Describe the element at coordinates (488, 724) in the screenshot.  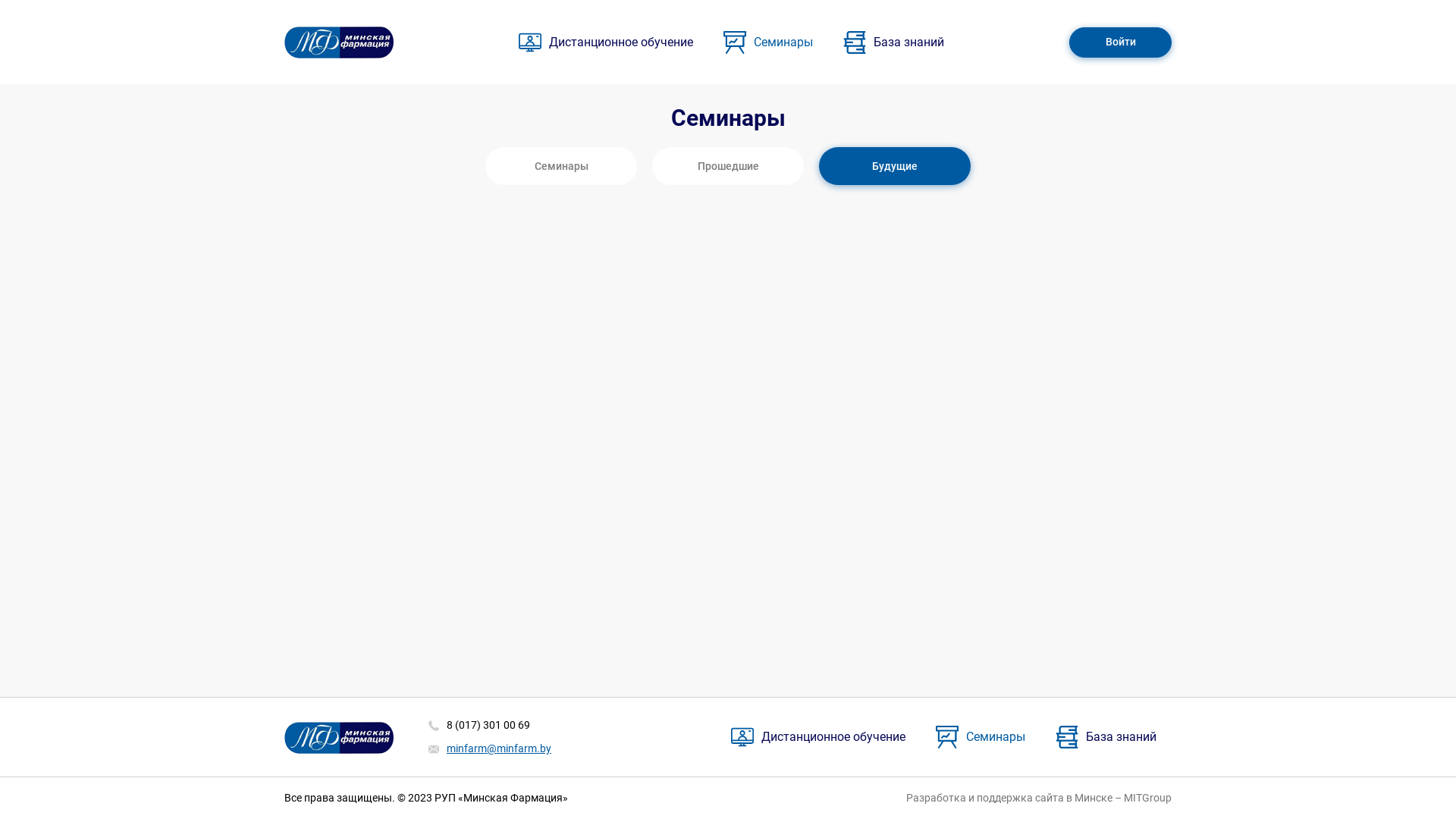
I see `'8 (017) 301 00 69'` at that location.